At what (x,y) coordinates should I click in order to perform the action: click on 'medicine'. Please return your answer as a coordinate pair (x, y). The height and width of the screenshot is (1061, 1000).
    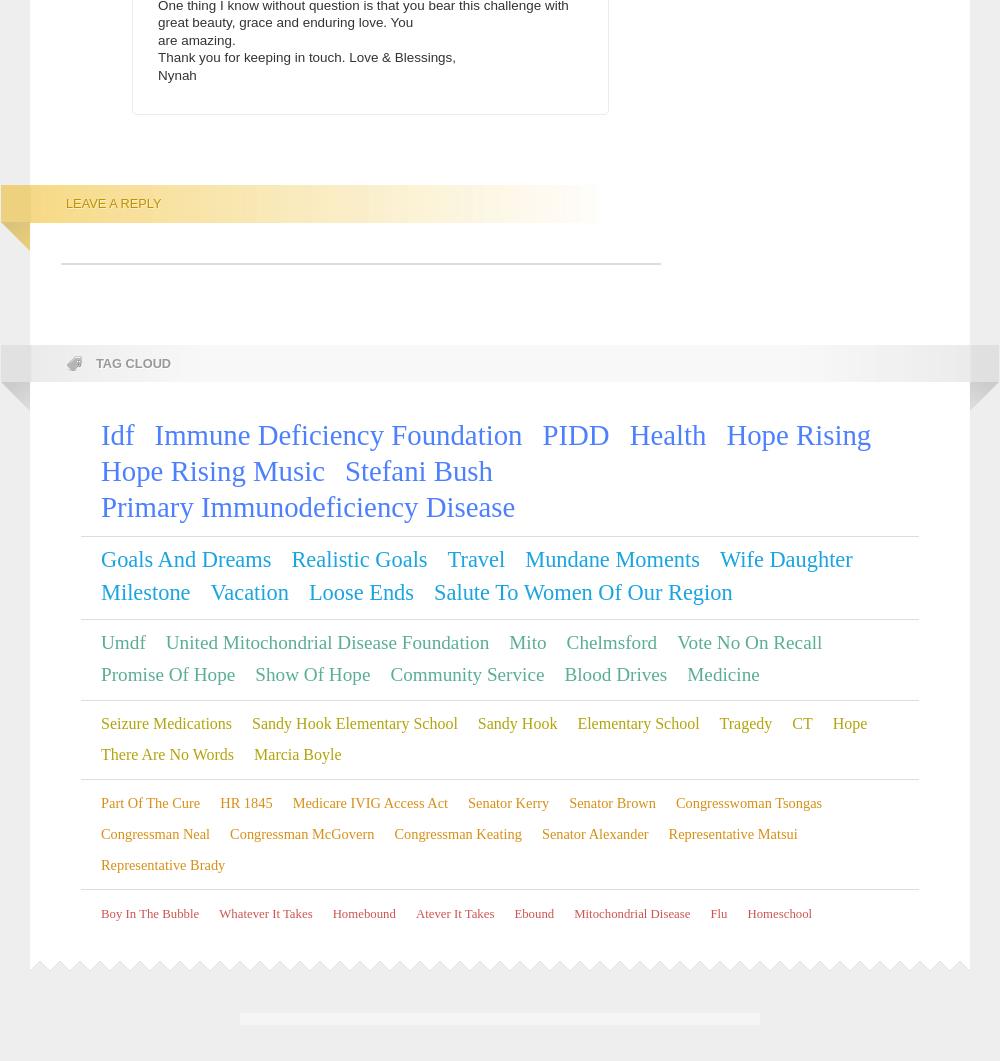
    Looking at the image, I should click on (687, 673).